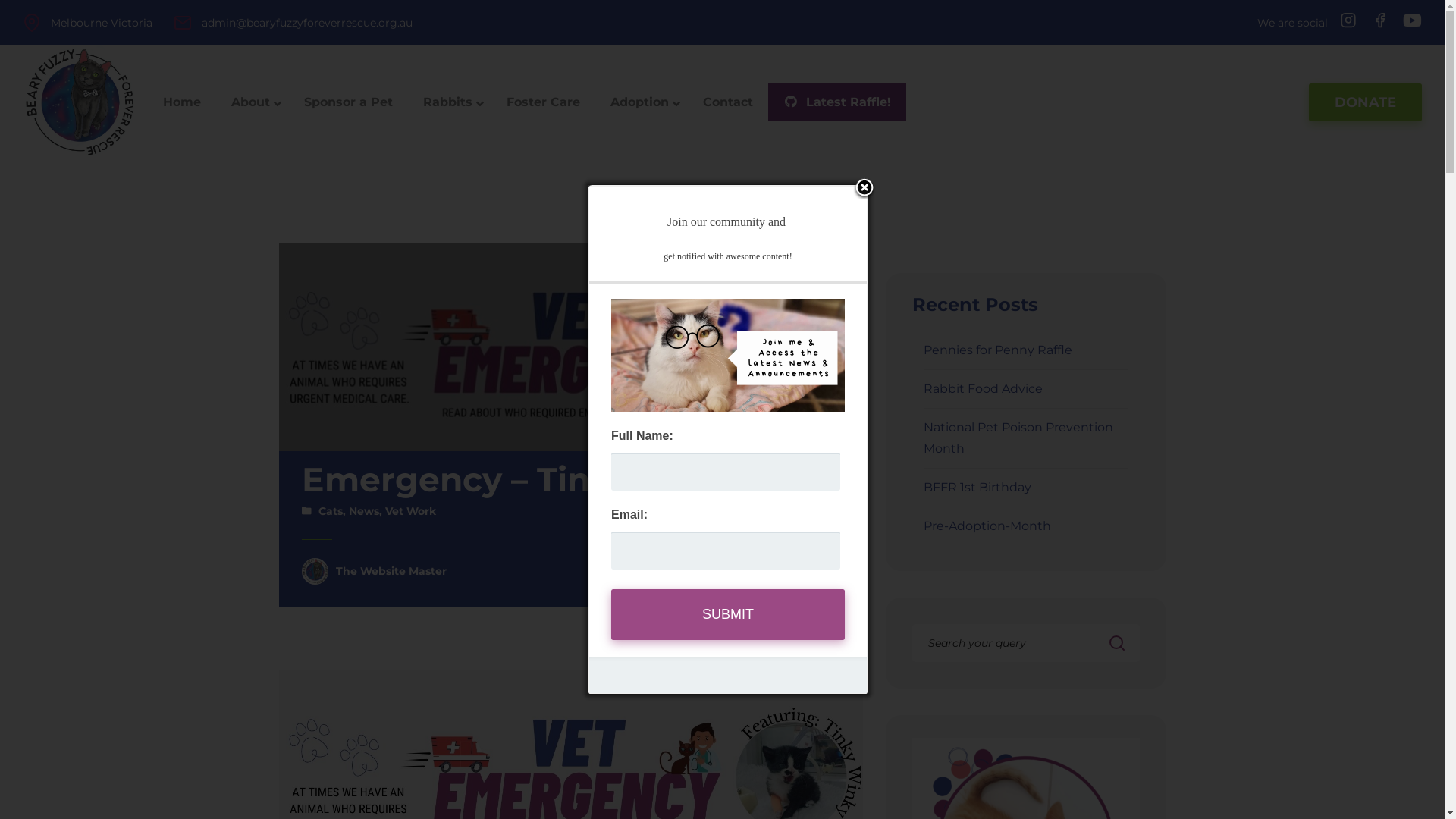 This screenshot has width=1456, height=819. I want to click on 'admin@bearyfuzzyforeverrescue.org.au', so click(200, 23).